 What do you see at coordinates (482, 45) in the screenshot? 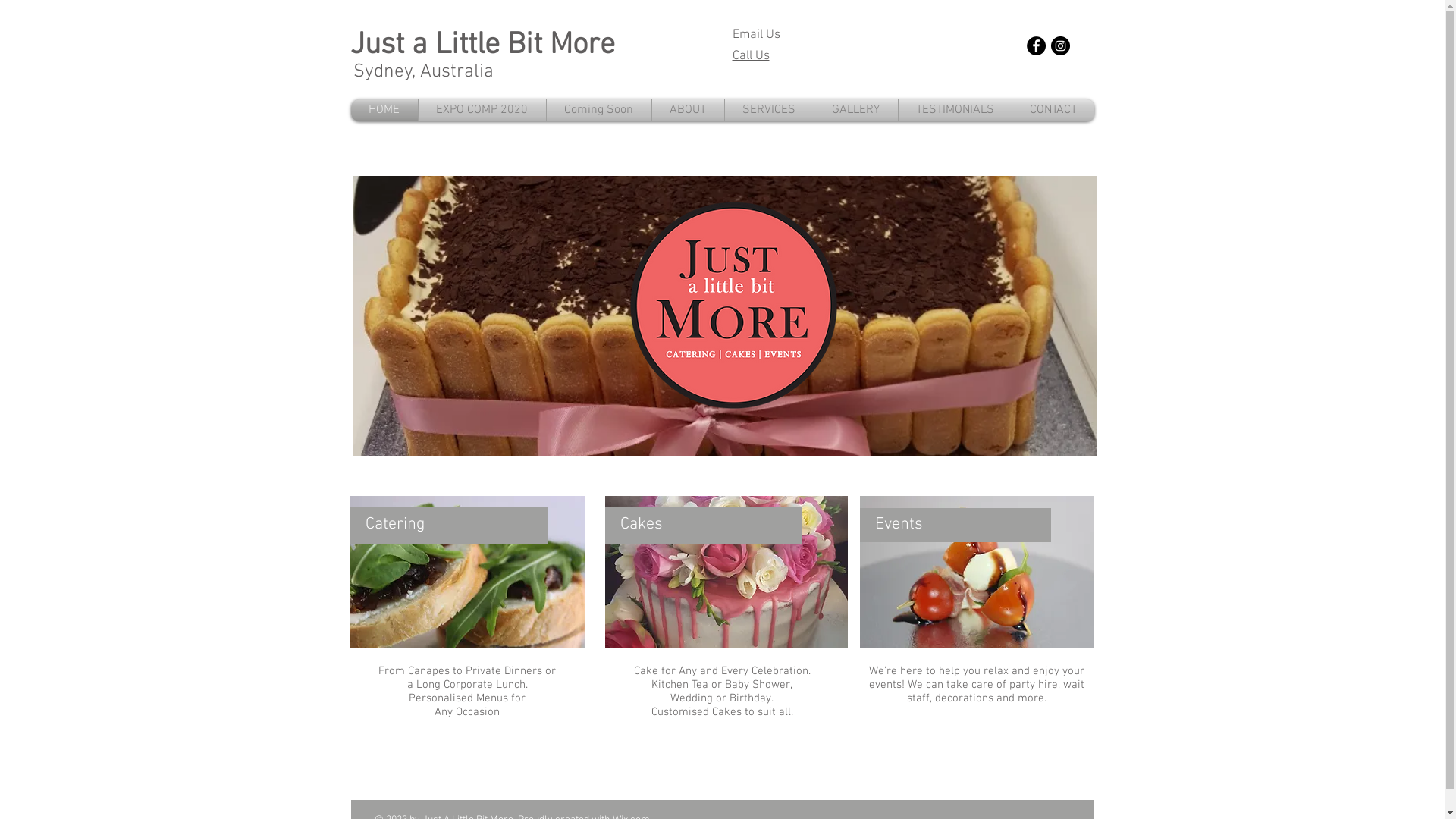
I see `'Just a Little Bit More'` at bounding box center [482, 45].